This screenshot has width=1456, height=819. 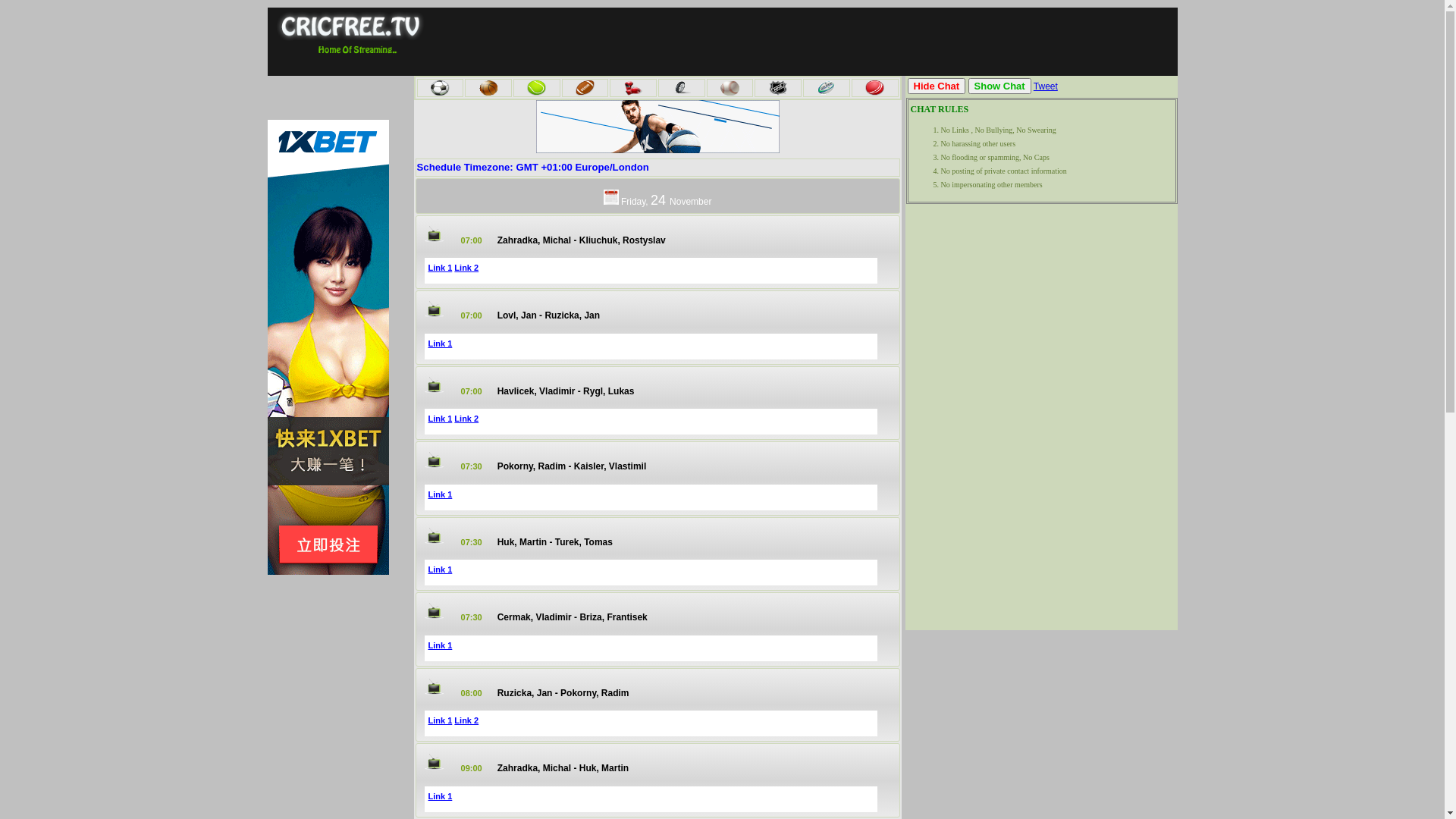 I want to click on 'Havlicek, Vladimir - Rygl, Lukas', so click(x=565, y=391).